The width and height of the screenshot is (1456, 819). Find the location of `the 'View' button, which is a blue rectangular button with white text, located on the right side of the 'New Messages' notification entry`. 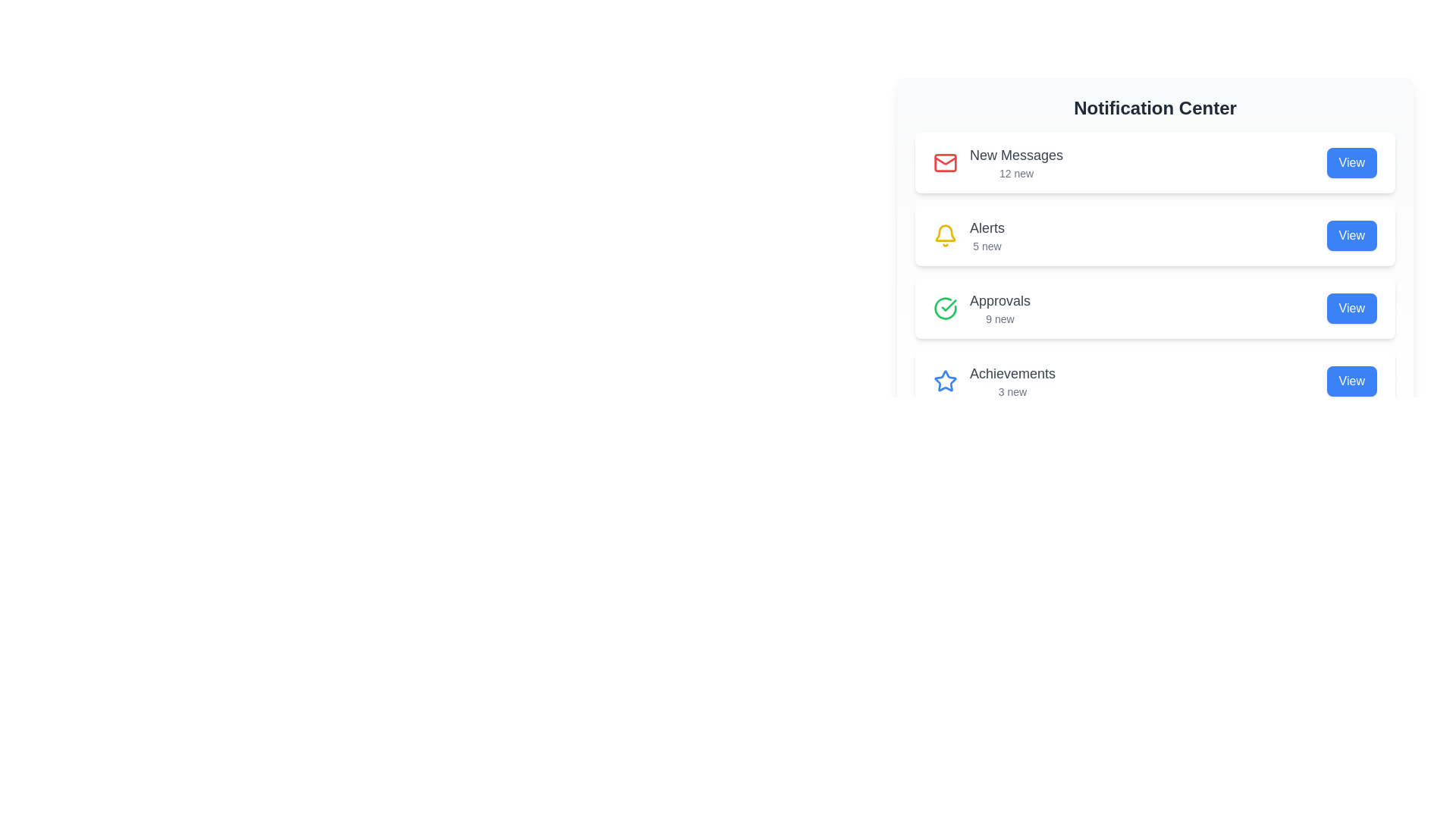

the 'View' button, which is a blue rectangular button with white text, located on the right side of the 'New Messages' notification entry is located at coordinates (1351, 163).